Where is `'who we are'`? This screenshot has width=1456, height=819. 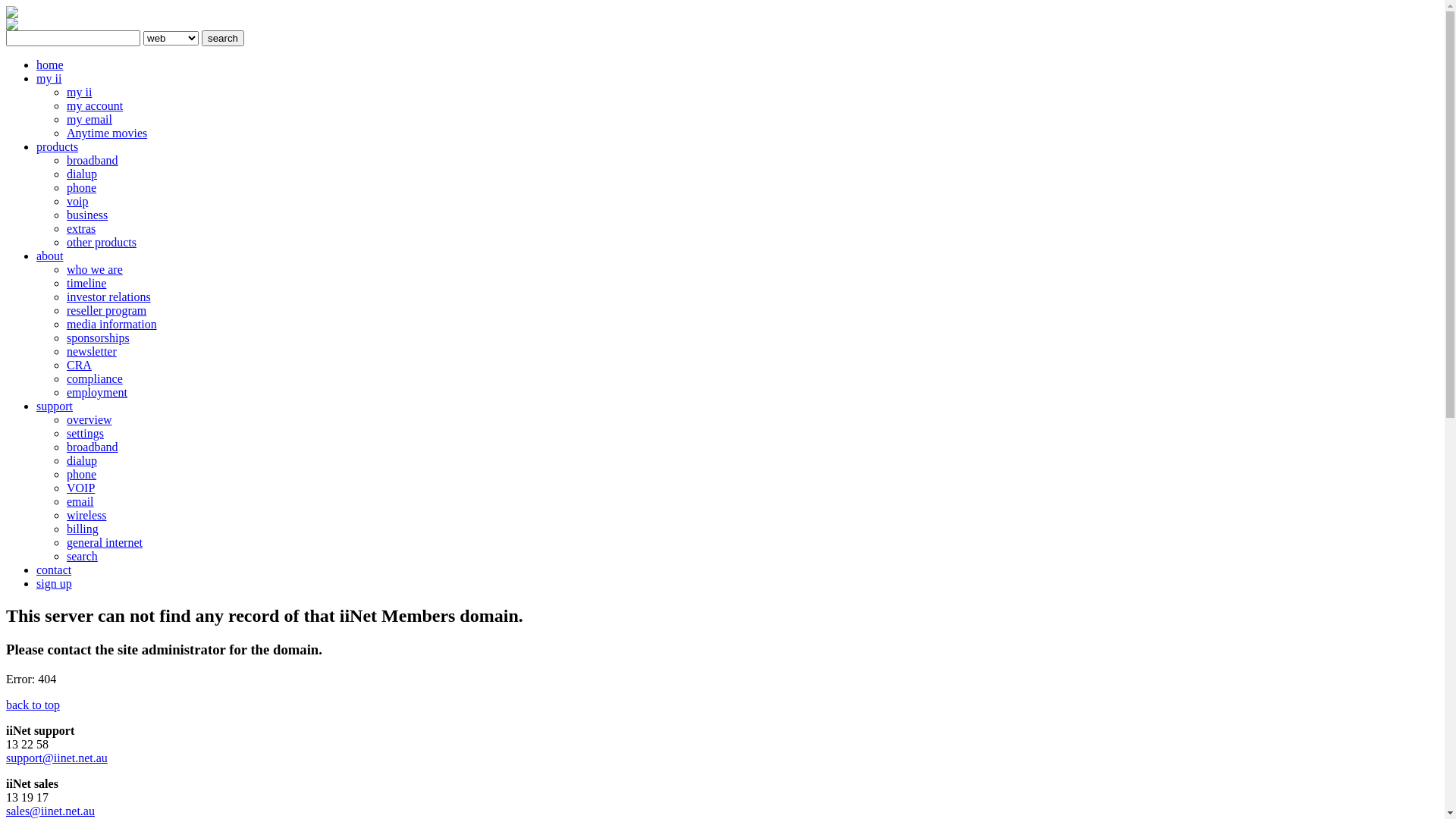
'who we are' is located at coordinates (65, 268).